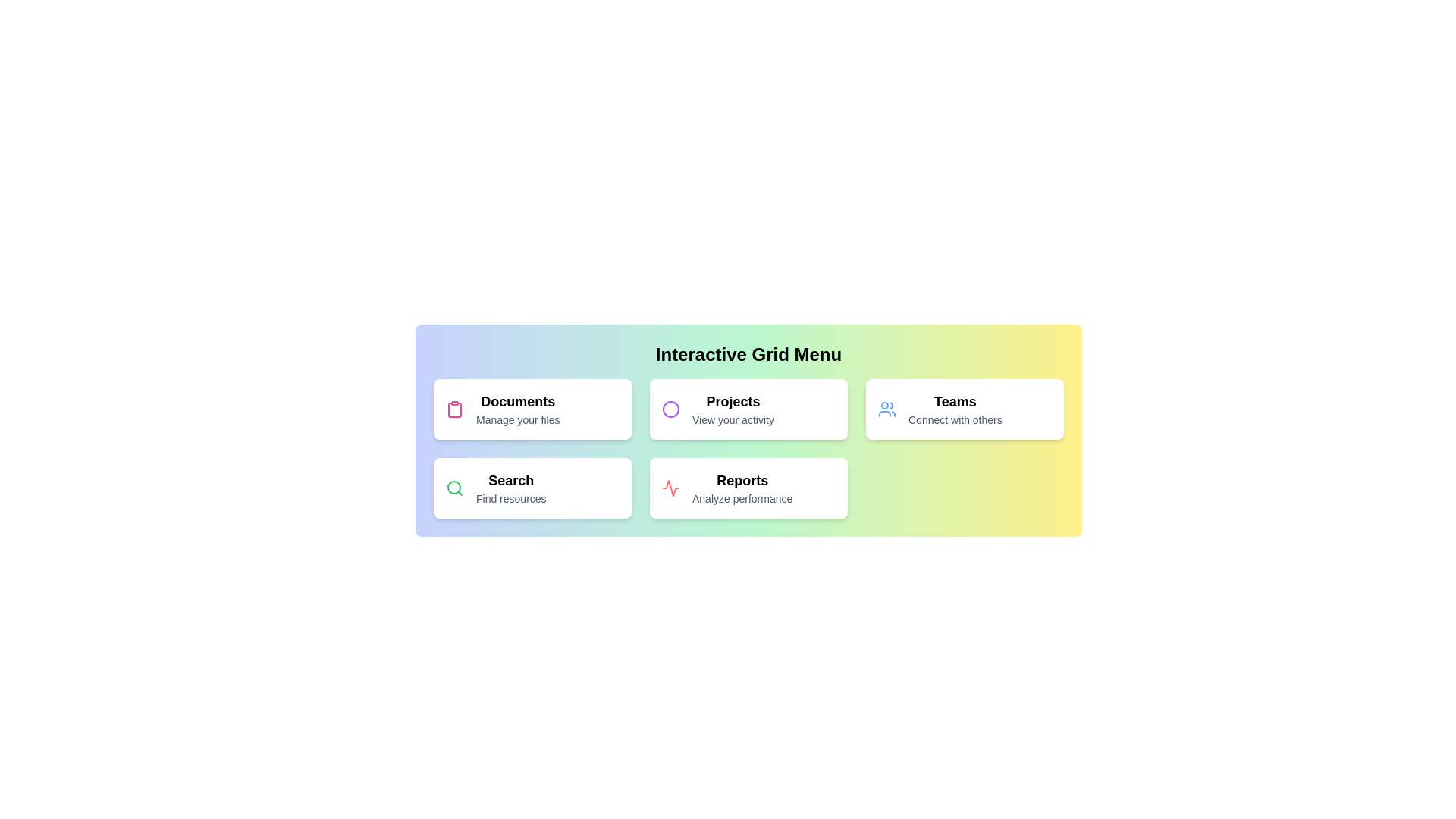 The width and height of the screenshot is (1456, 819). I want to click on the Teams menu item to select it, so click(964, 409).